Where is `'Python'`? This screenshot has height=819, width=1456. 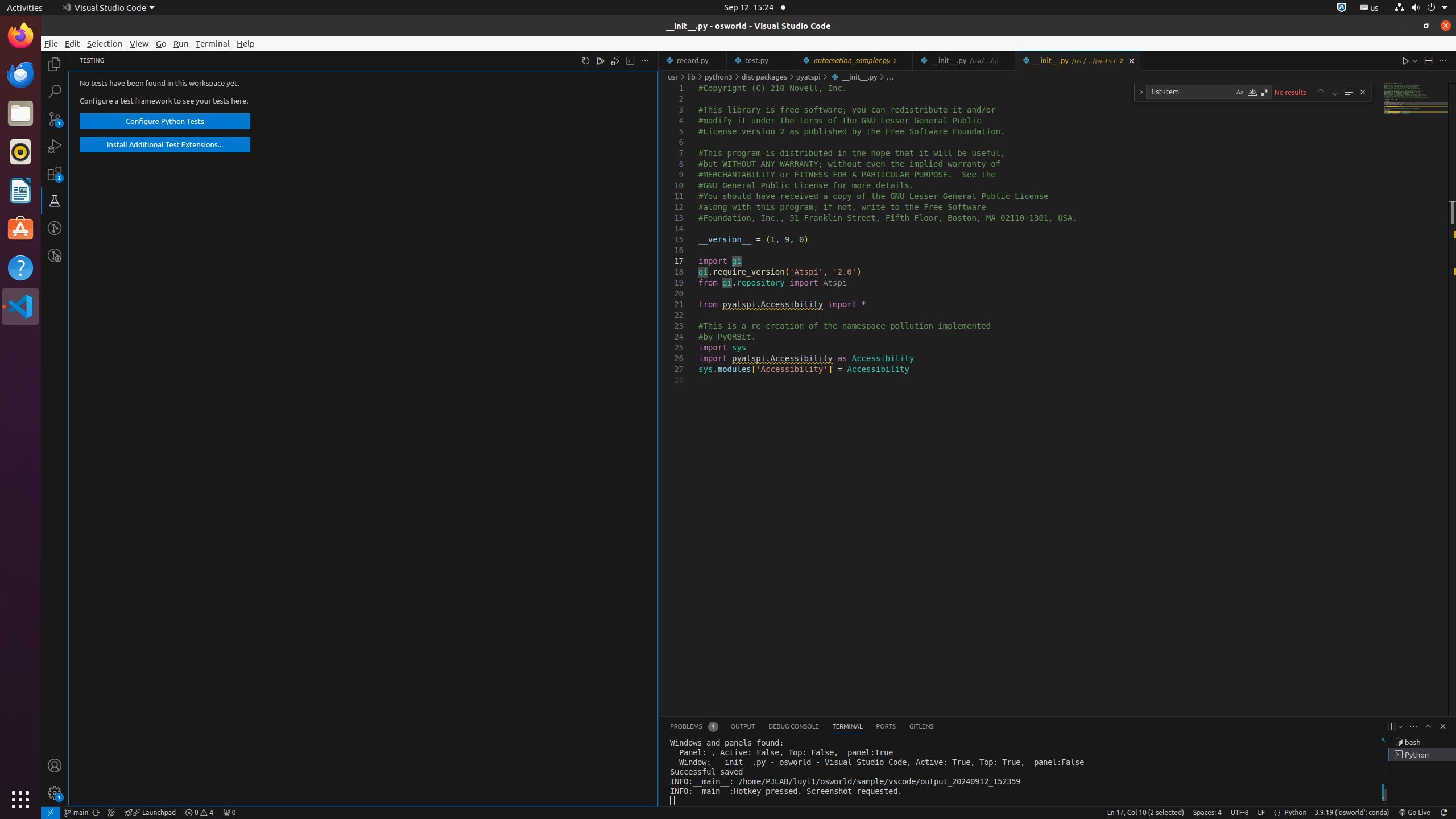 'Python' is located at coordinates (1294, 812).